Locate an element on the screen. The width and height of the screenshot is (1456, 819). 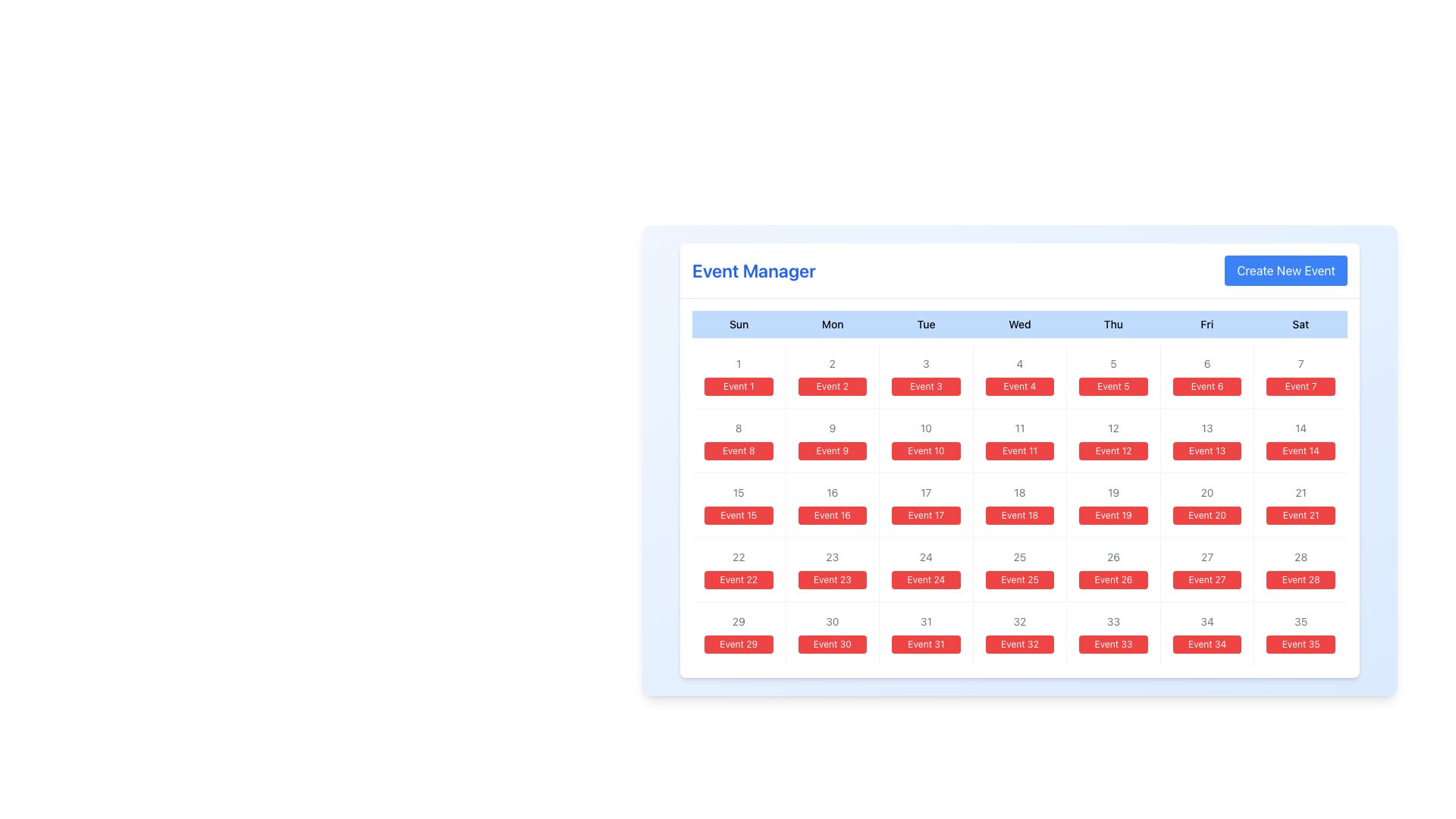
the static text label representing 'Wednesday', the fourth day of the week, in the calendar header row is located at coordinates (1019, 324).